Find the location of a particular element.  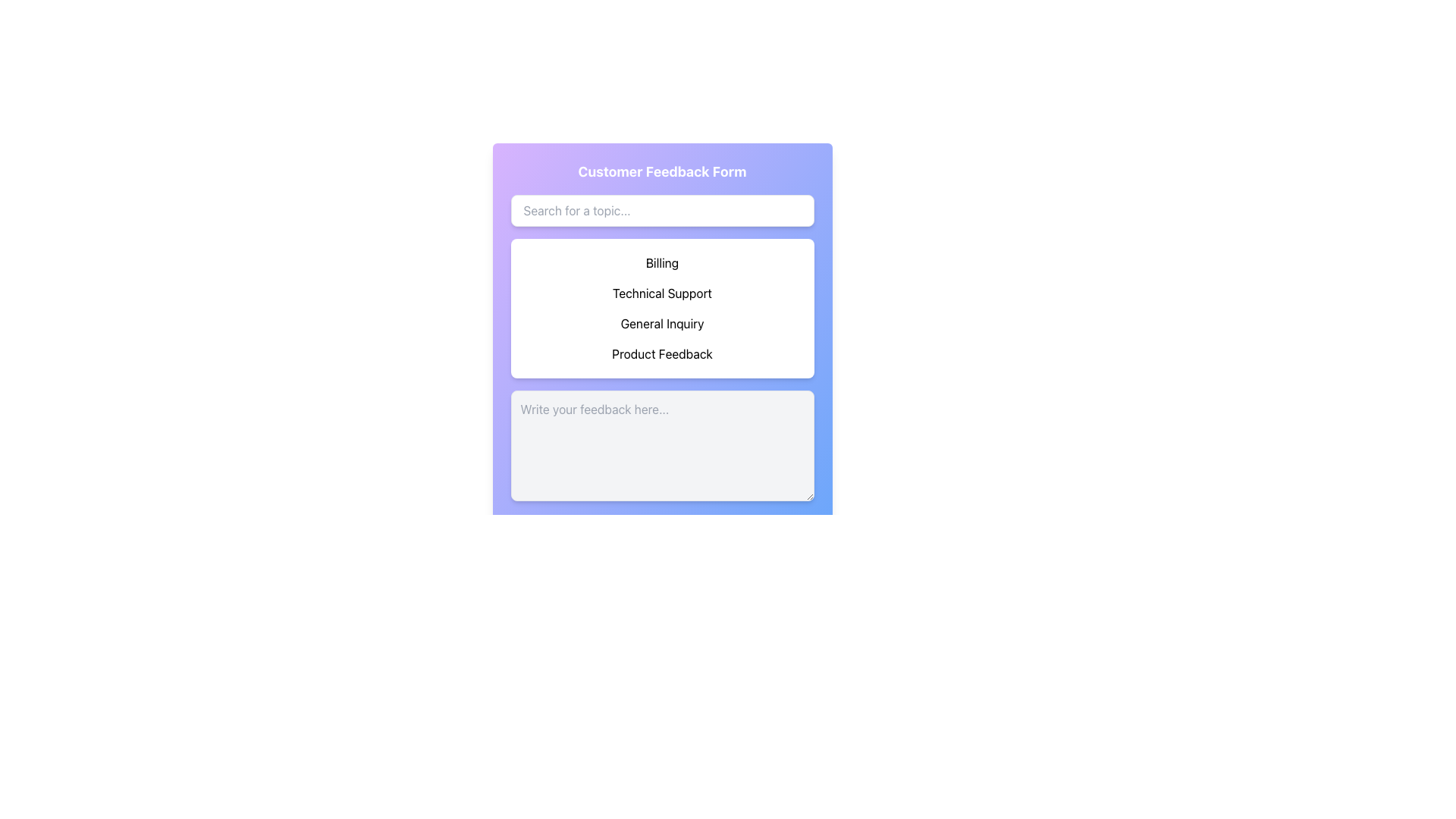

the decorative SVG graphic element located near the bottom of the central feedback form is located at coordinates (623, 580).